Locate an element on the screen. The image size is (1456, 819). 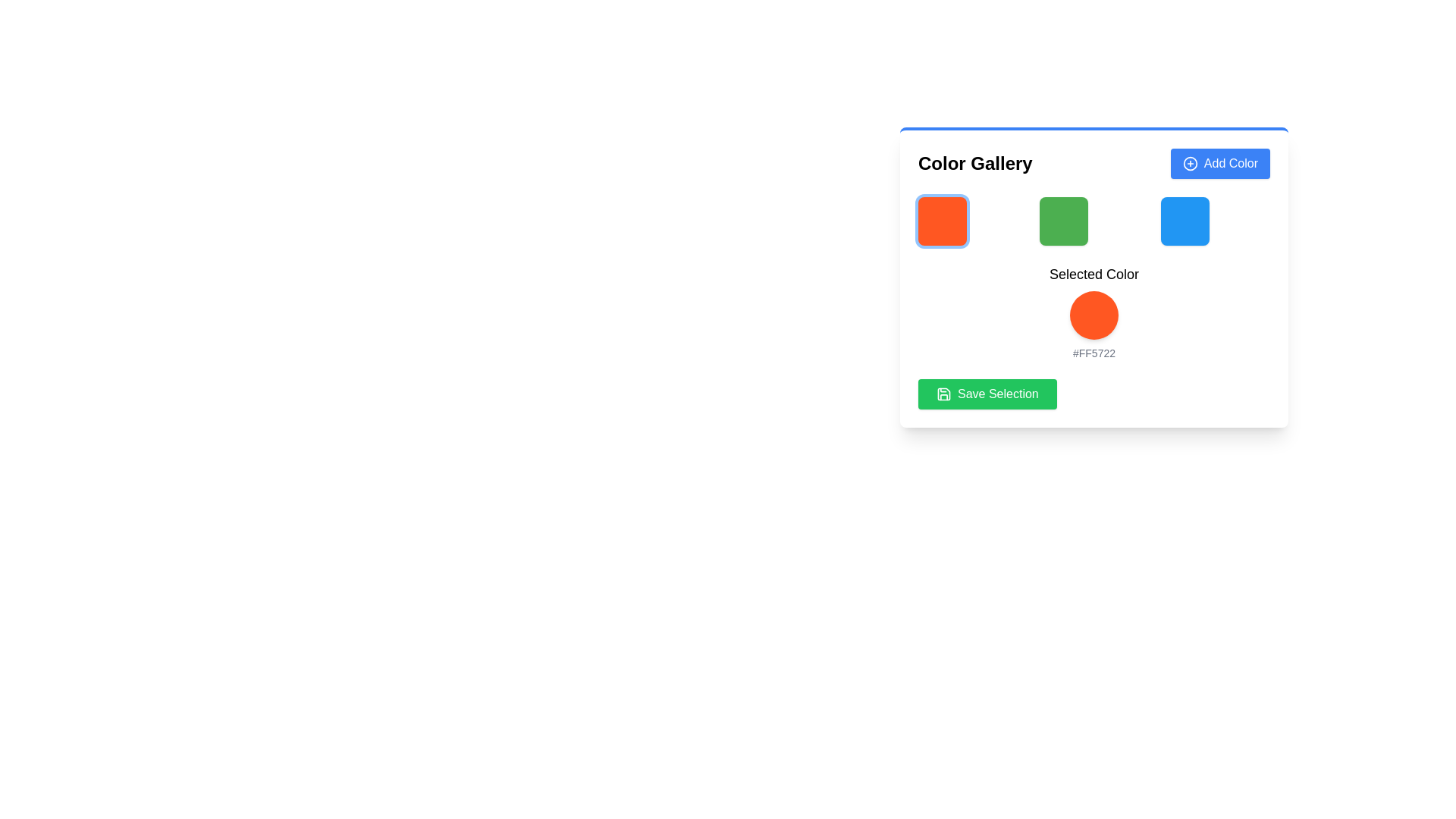
the green color swatch with rounded corners in the Color Gallery is located at coordinates (1062, 221).